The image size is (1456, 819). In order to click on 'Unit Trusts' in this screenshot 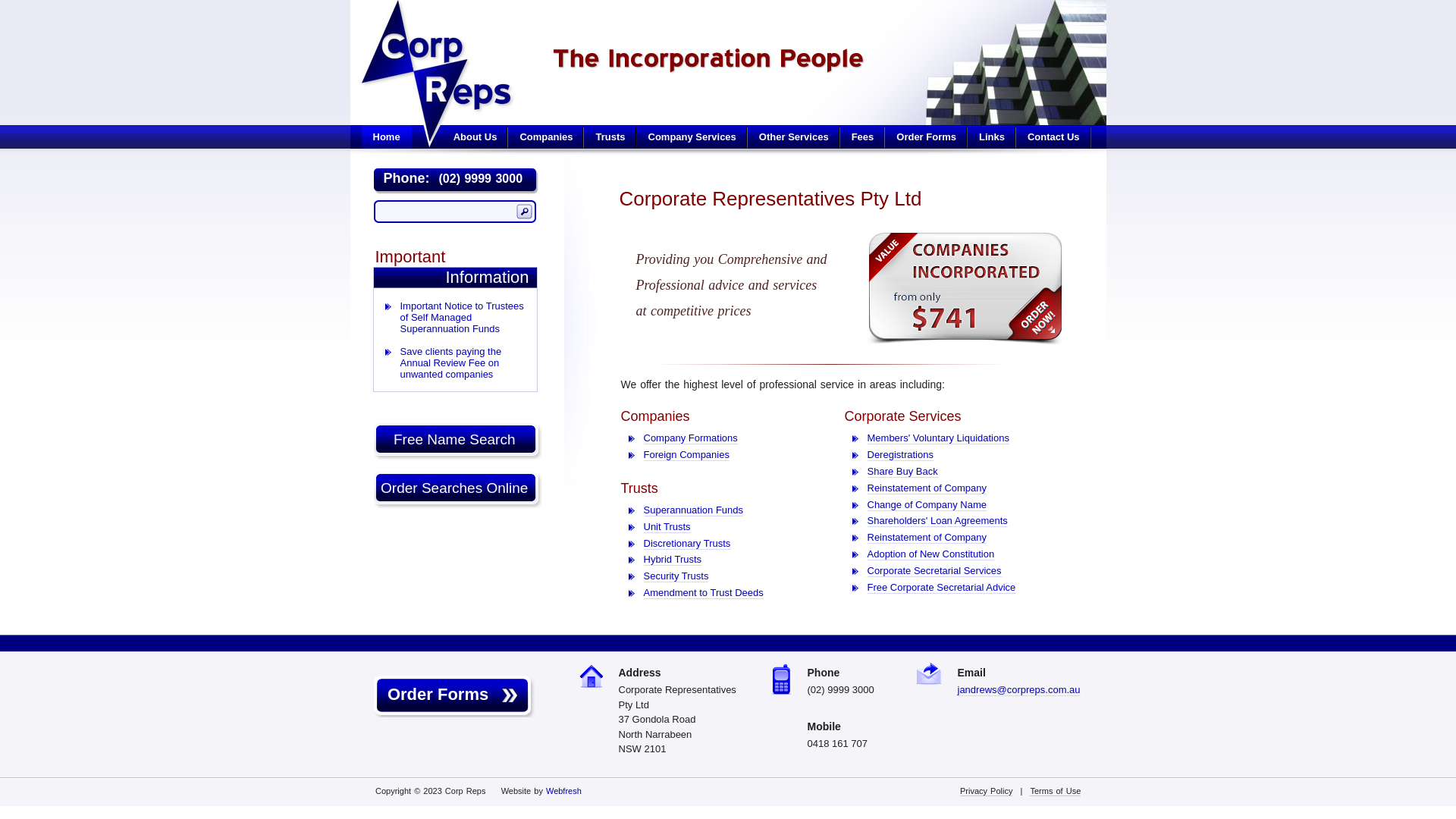, I will do `click(666, 526)`.